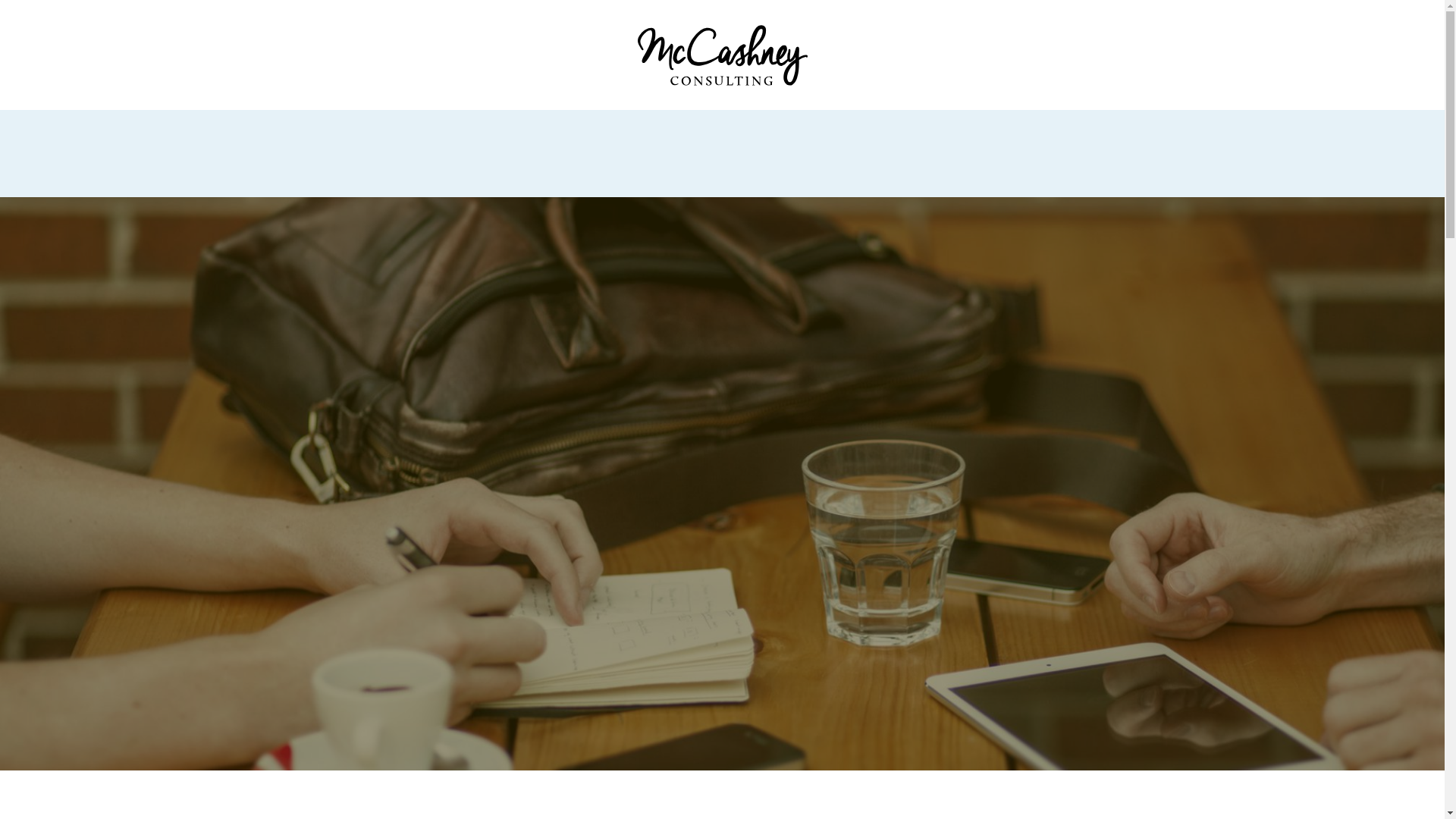 This screenshot has width=1456, height=819. Describe the element at coordinates (720, 54) in the screenshot. I see `'McCashney Consulting'` at that location.